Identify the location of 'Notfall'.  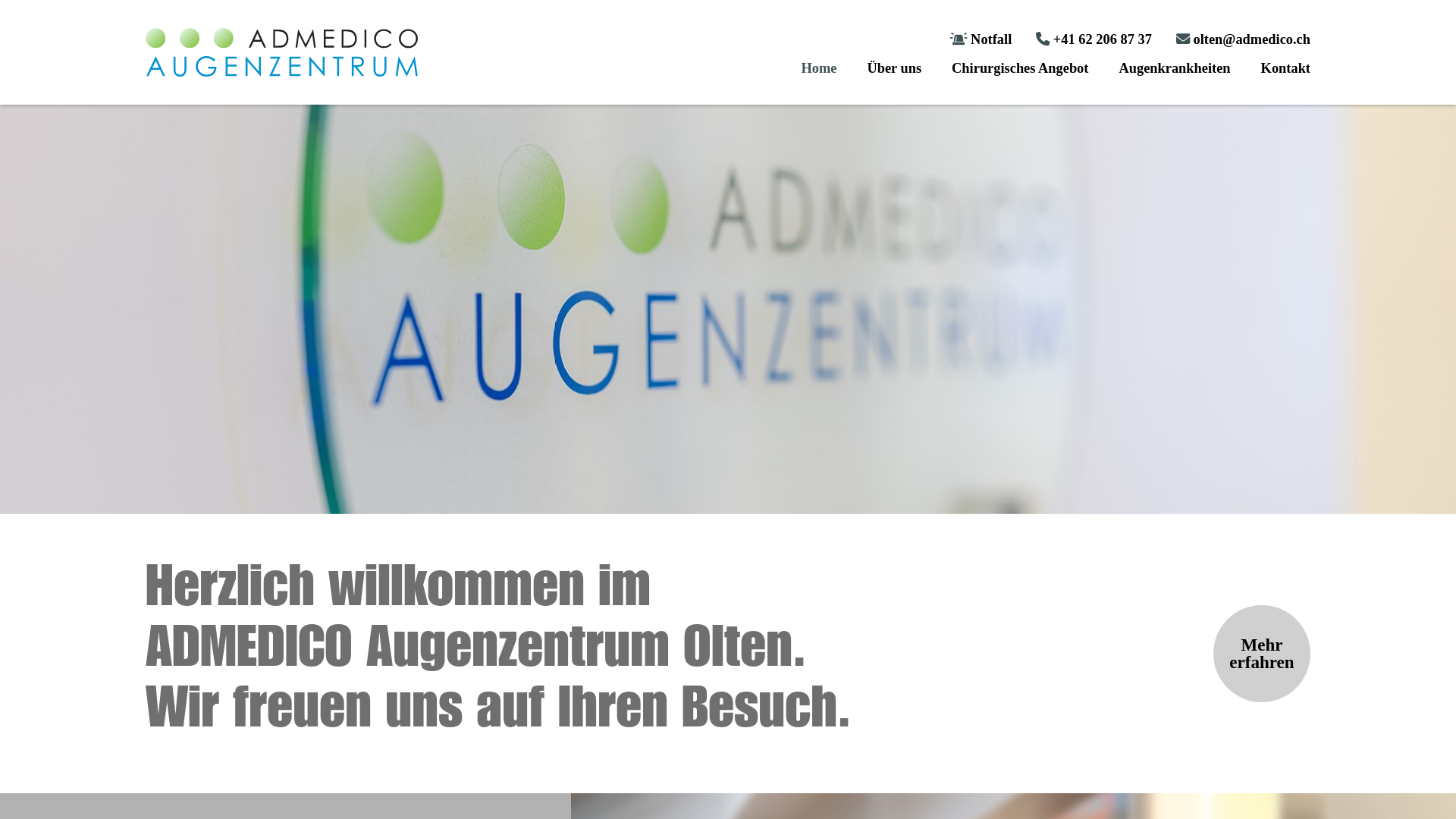
(980, 38).